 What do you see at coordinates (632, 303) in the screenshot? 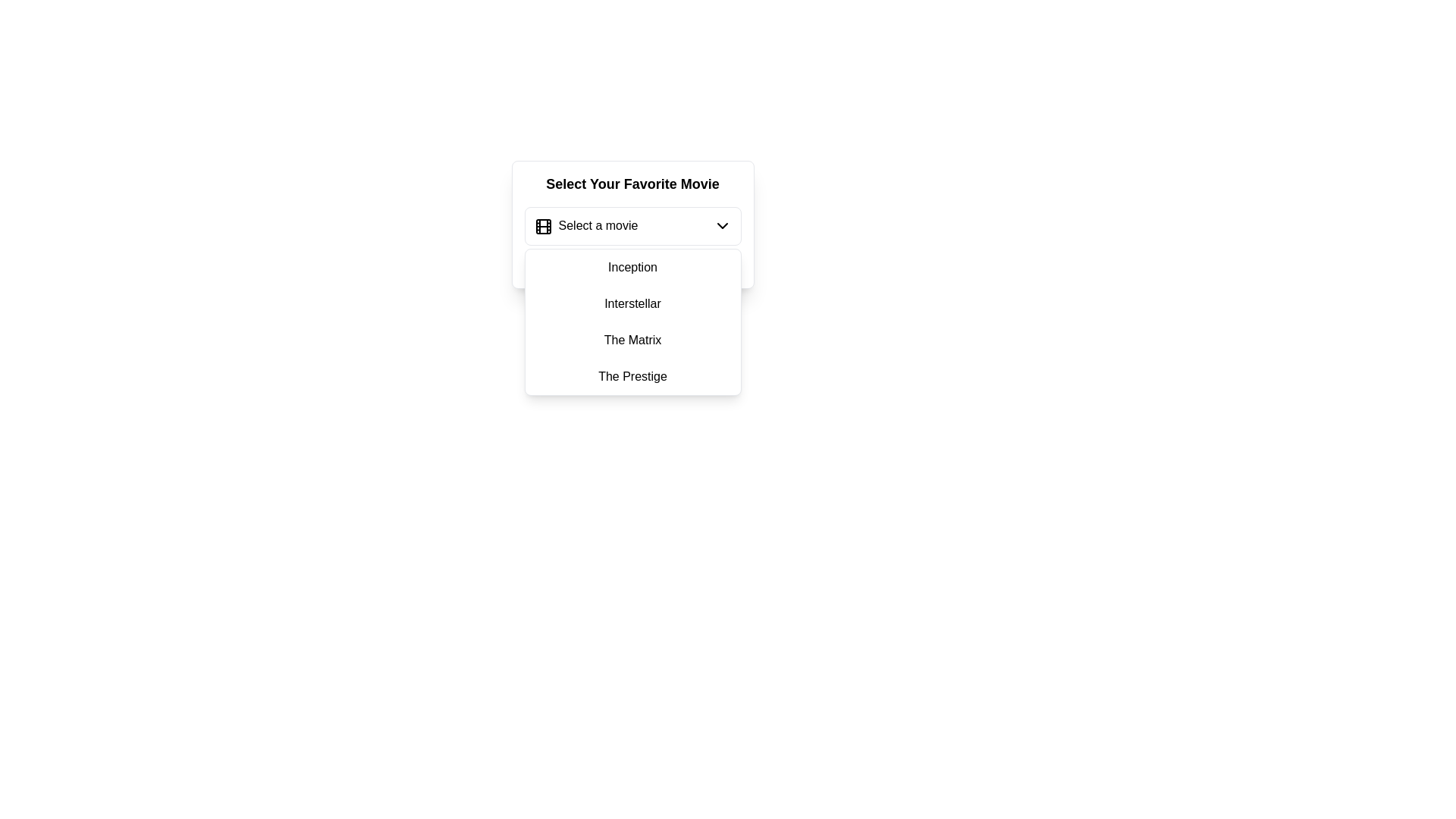
I see `the list item displaying 'Interstellar' in the dropdown menu` at bounding box center [632, 303].